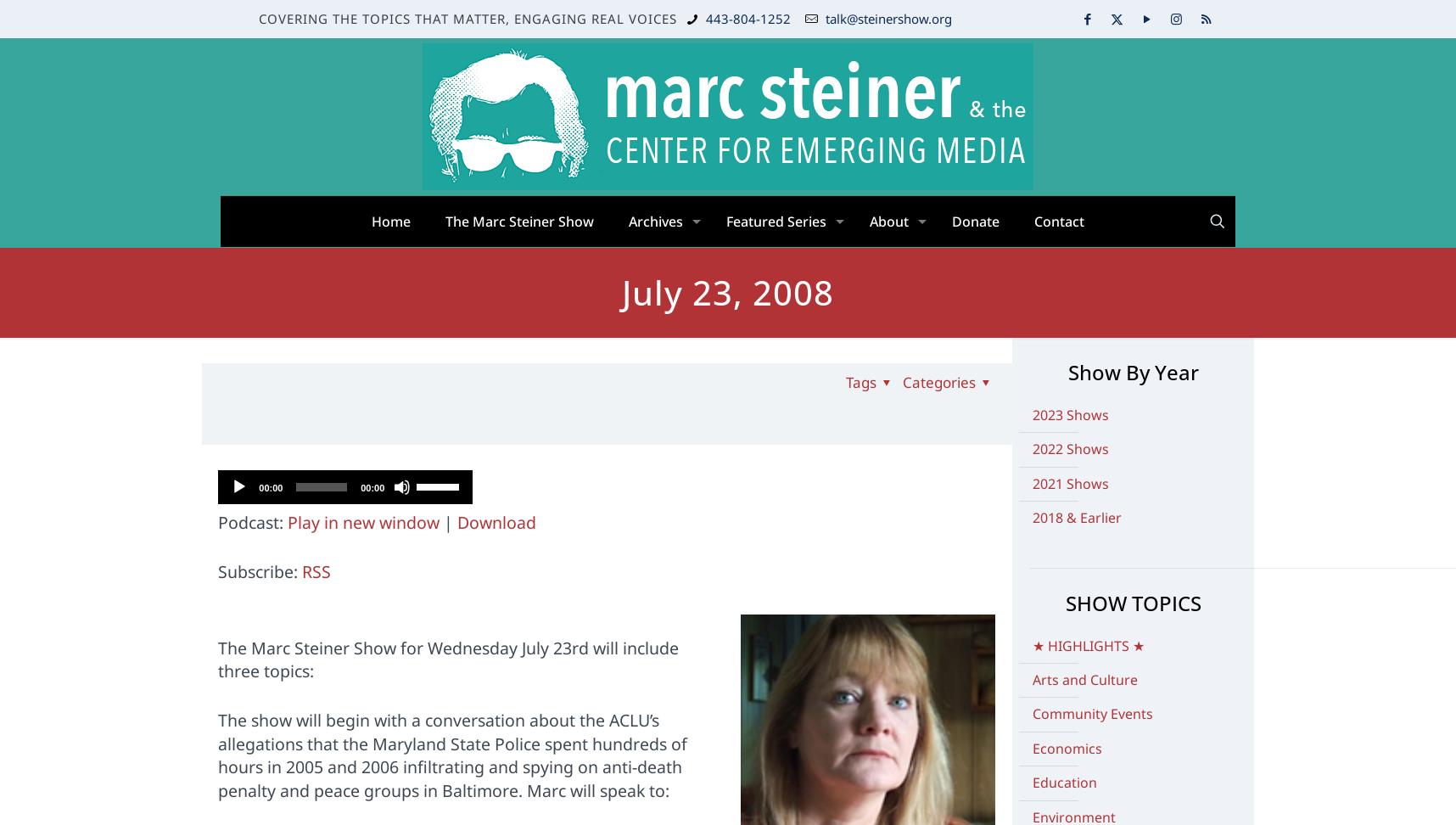 The height and width of the screenshot is (825, 1456). Describe the element at coordinates (728, 291) in the screenshot. I see `'July 23, 2008'` at that location.